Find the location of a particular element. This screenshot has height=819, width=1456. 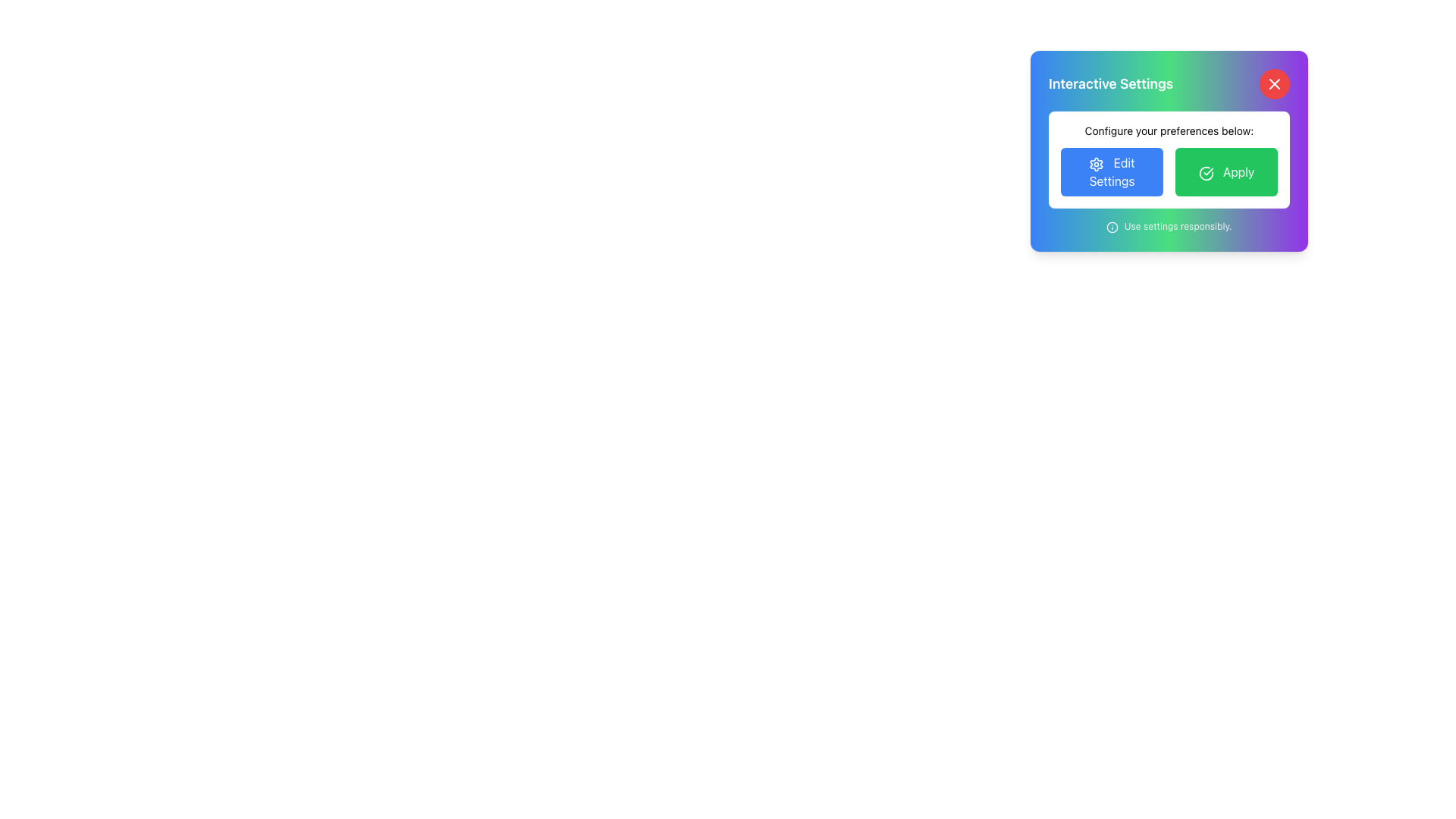

the informational icon located to the left of the text 'Use settings responsibly' in the footer area of the modal interface is located at coordinates (1112, 227).